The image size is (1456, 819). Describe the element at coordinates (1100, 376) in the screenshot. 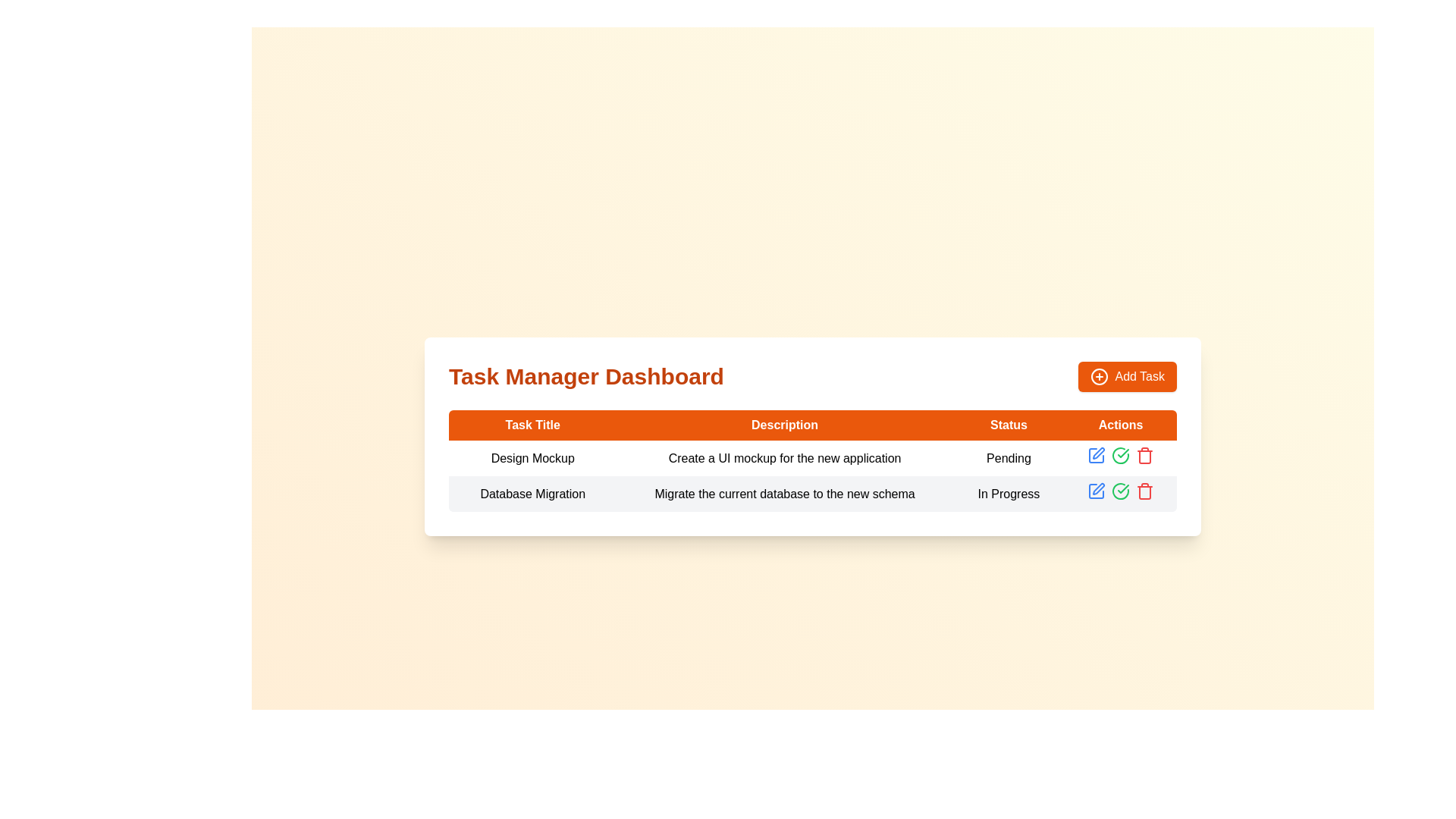

I see `the circular button of the 'Add Task' icon located at the top-right corner of the dashboard, adjacent to the task table action bar` at that location.